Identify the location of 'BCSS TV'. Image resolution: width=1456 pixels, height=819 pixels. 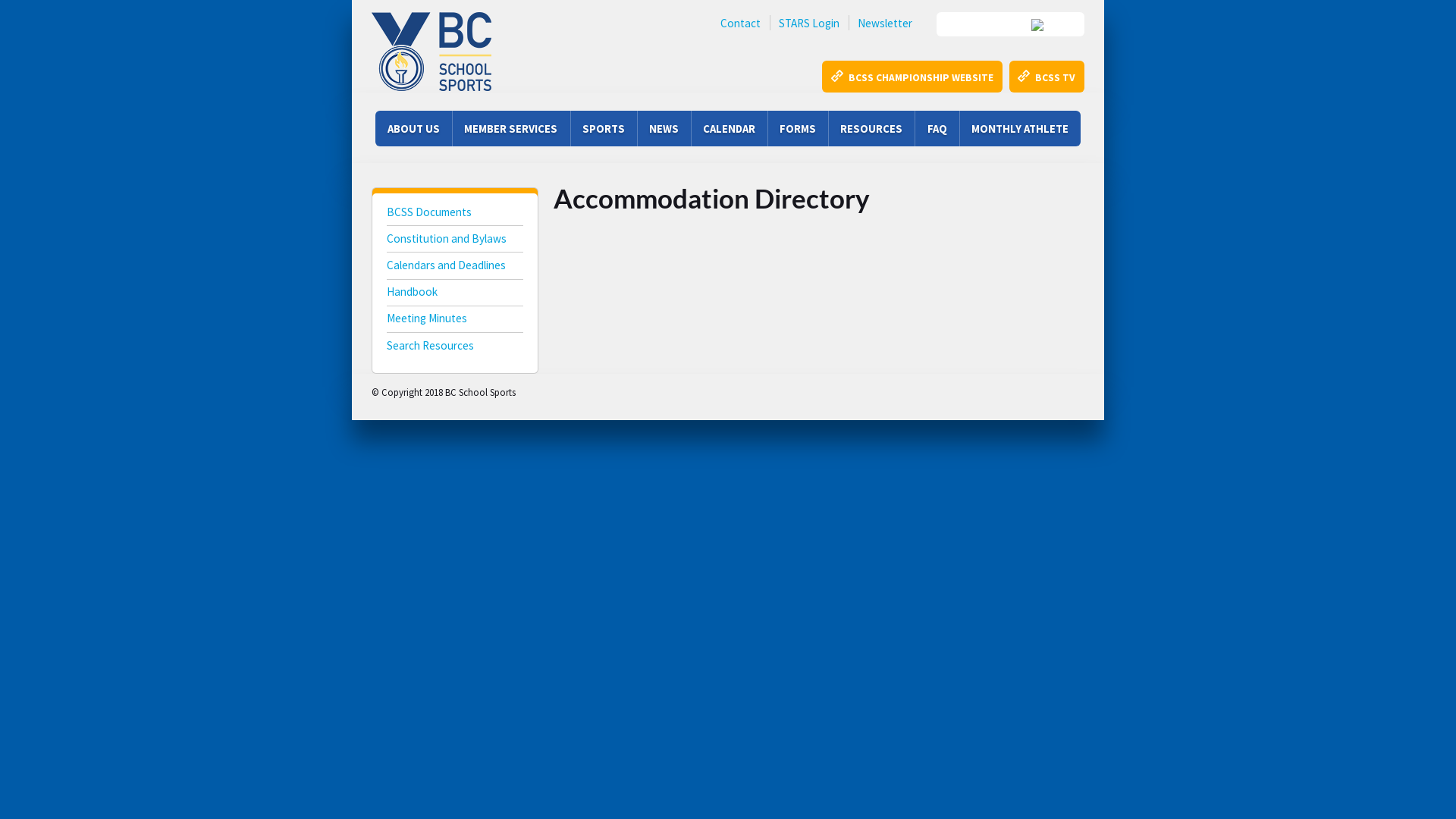
(1046, 76).